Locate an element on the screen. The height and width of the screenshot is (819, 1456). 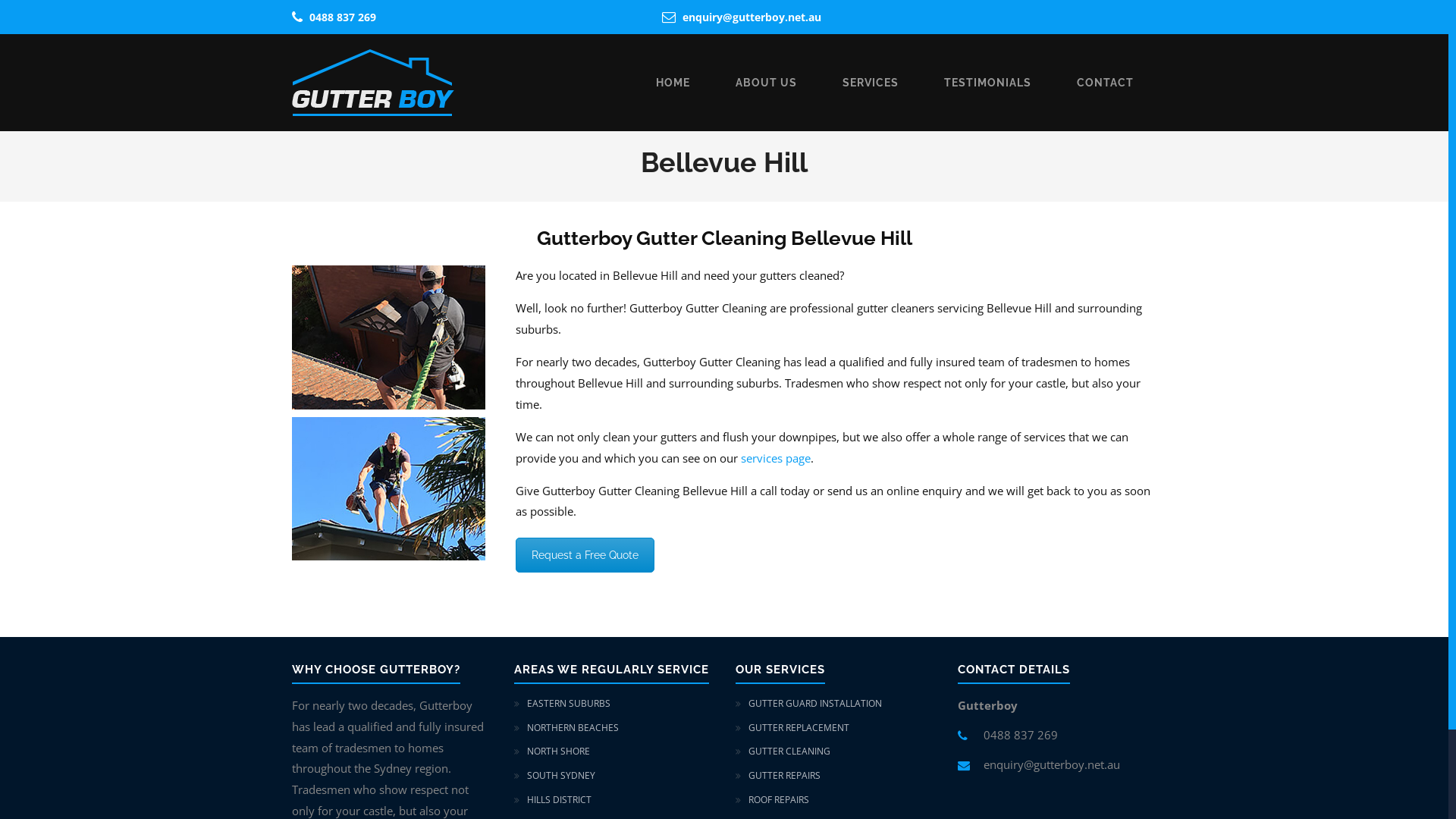
'SOUTH SYDNEY' is located at coordinates (560, 775).